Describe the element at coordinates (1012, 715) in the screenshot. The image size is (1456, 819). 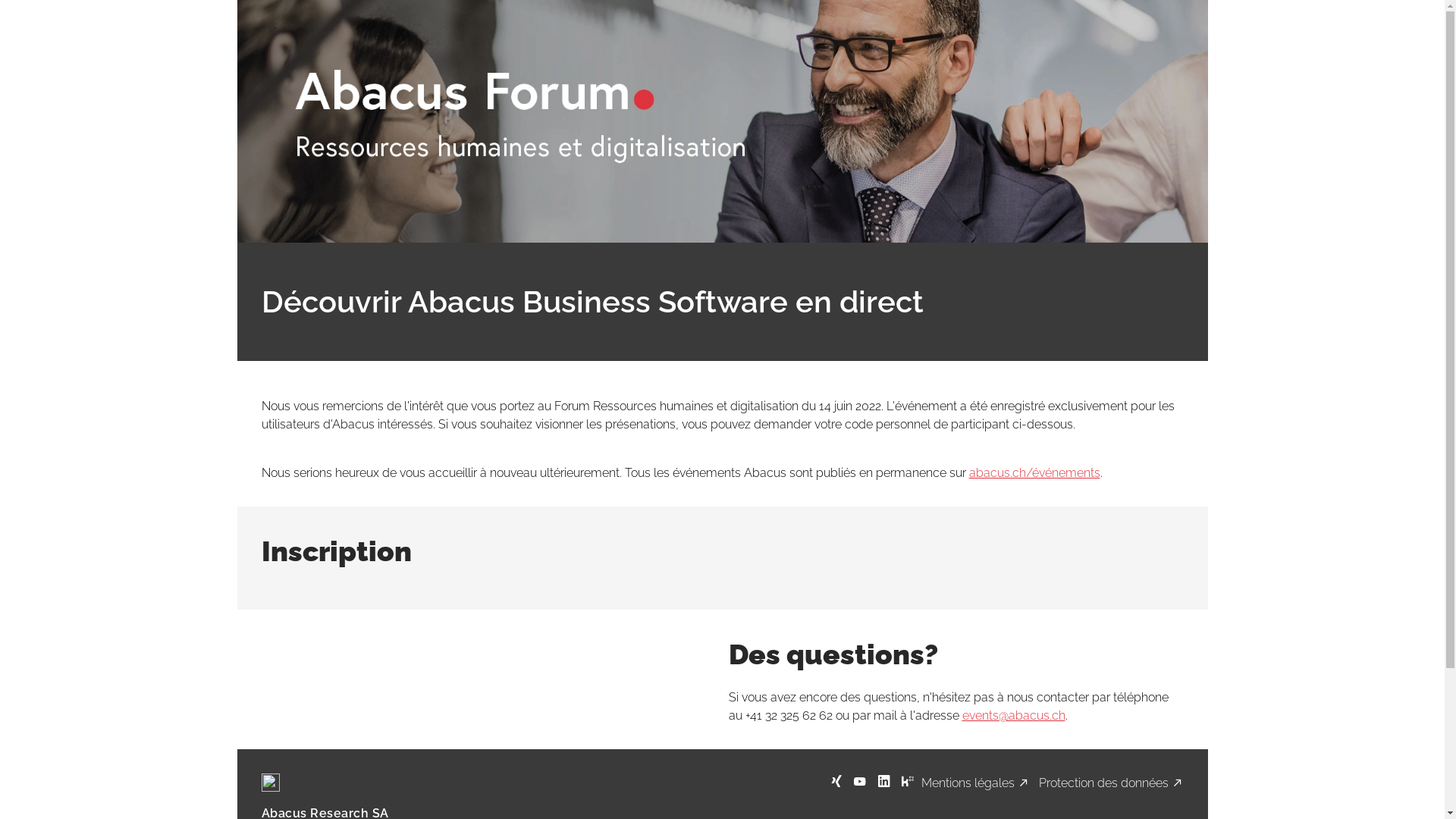
I see `'events@abacus.ch'` at that location.